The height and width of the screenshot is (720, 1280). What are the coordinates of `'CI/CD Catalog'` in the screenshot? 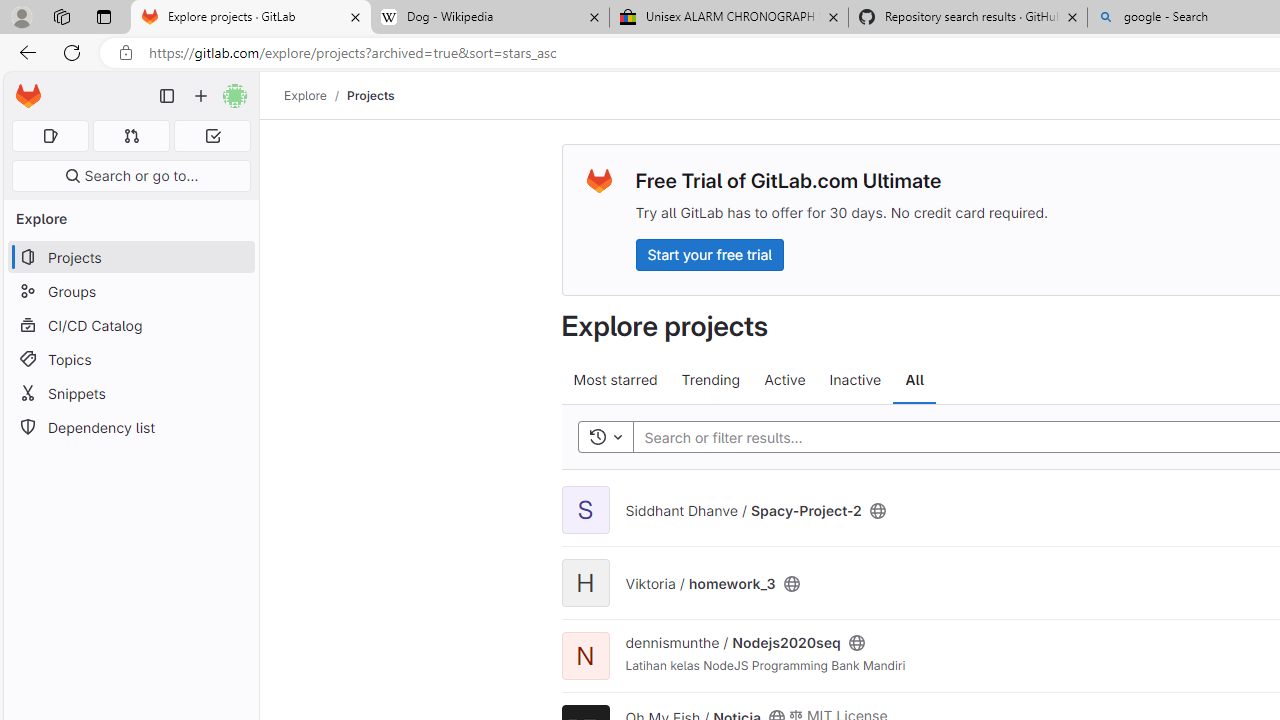 It's located at (130, 324).